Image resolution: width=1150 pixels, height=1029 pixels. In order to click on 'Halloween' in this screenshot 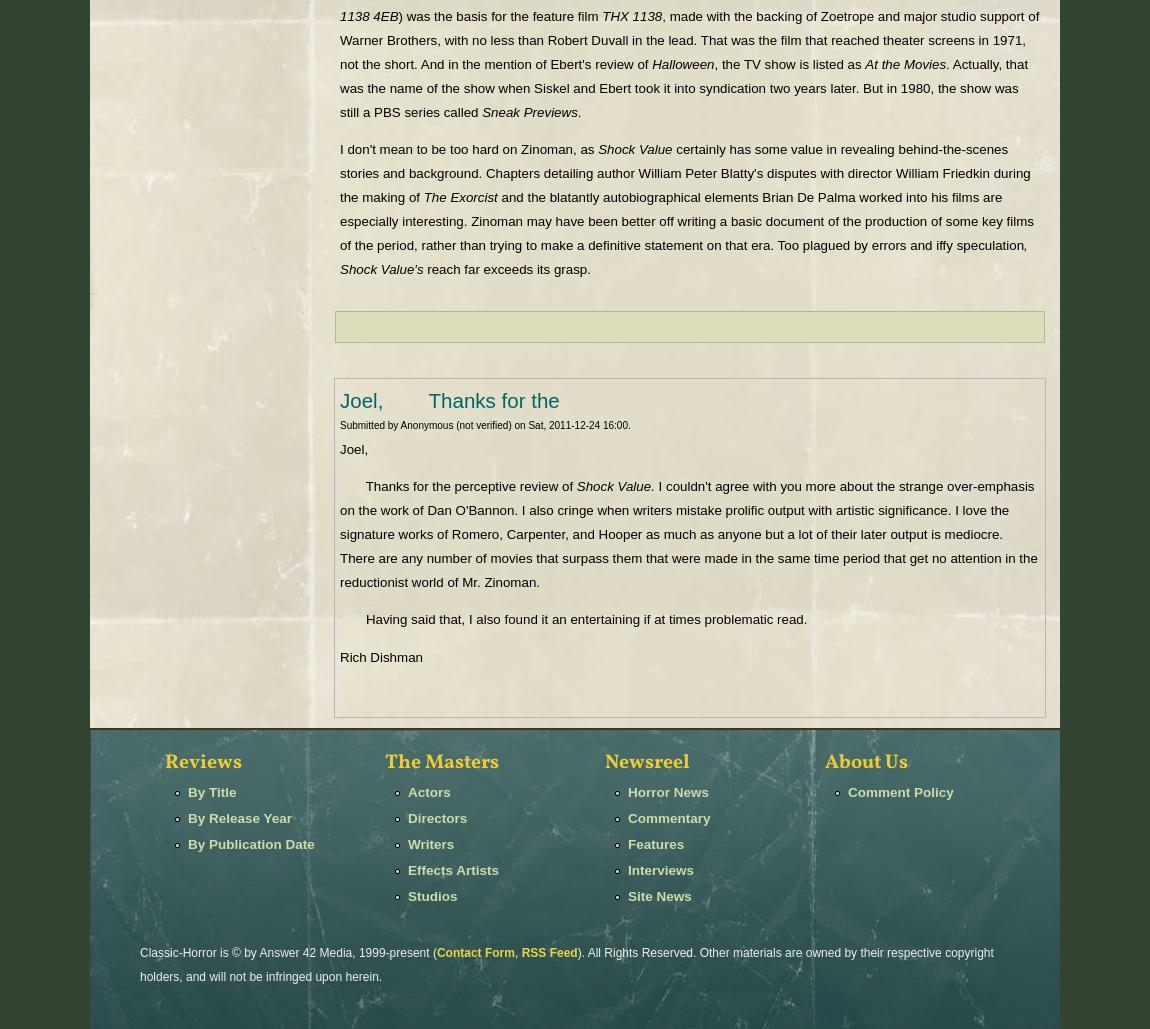, I will do `click(681, 64)`.